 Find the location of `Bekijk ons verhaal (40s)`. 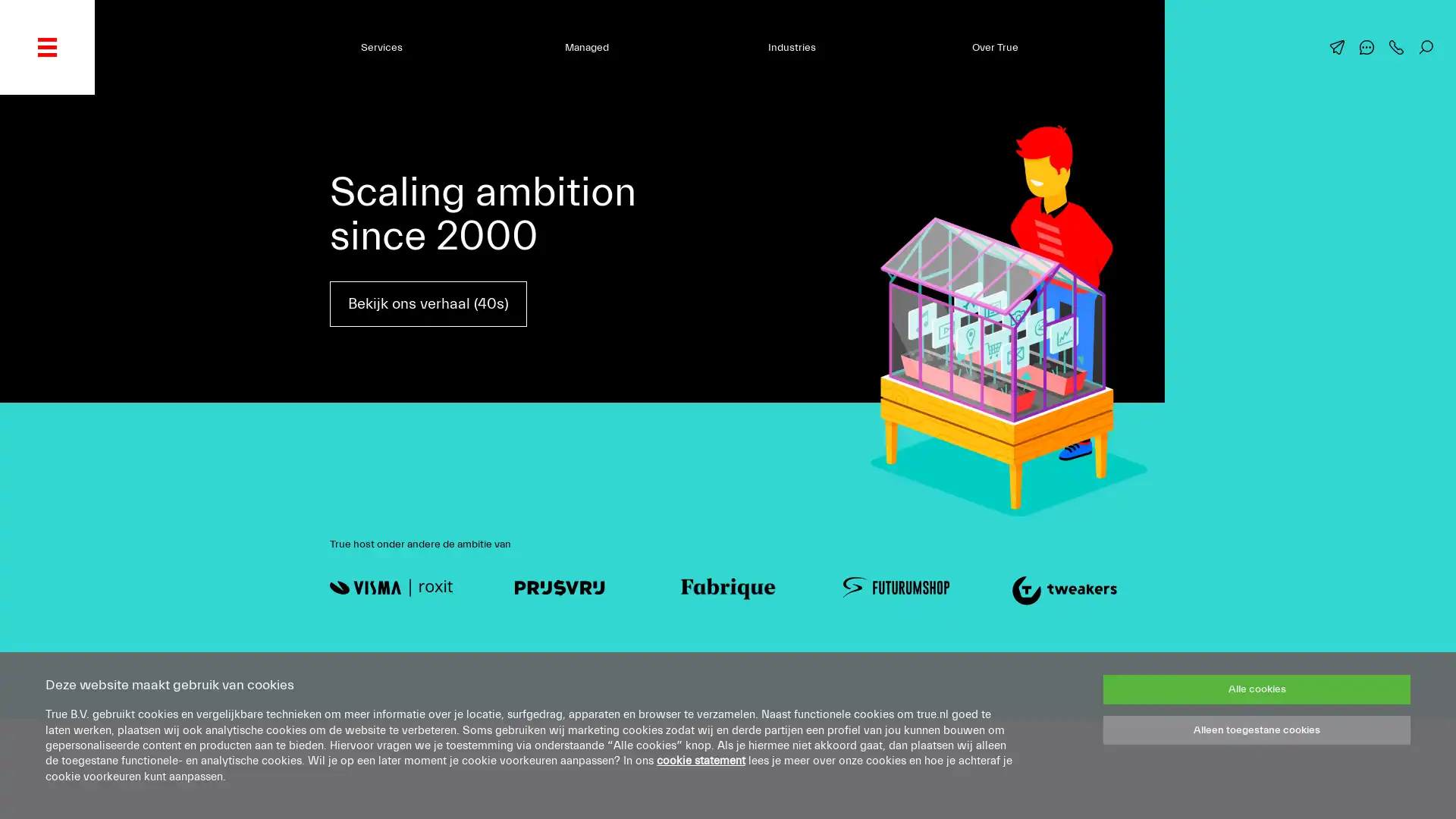

Bekijk ons verhaal (40s) is located at coordinates (428, 304).